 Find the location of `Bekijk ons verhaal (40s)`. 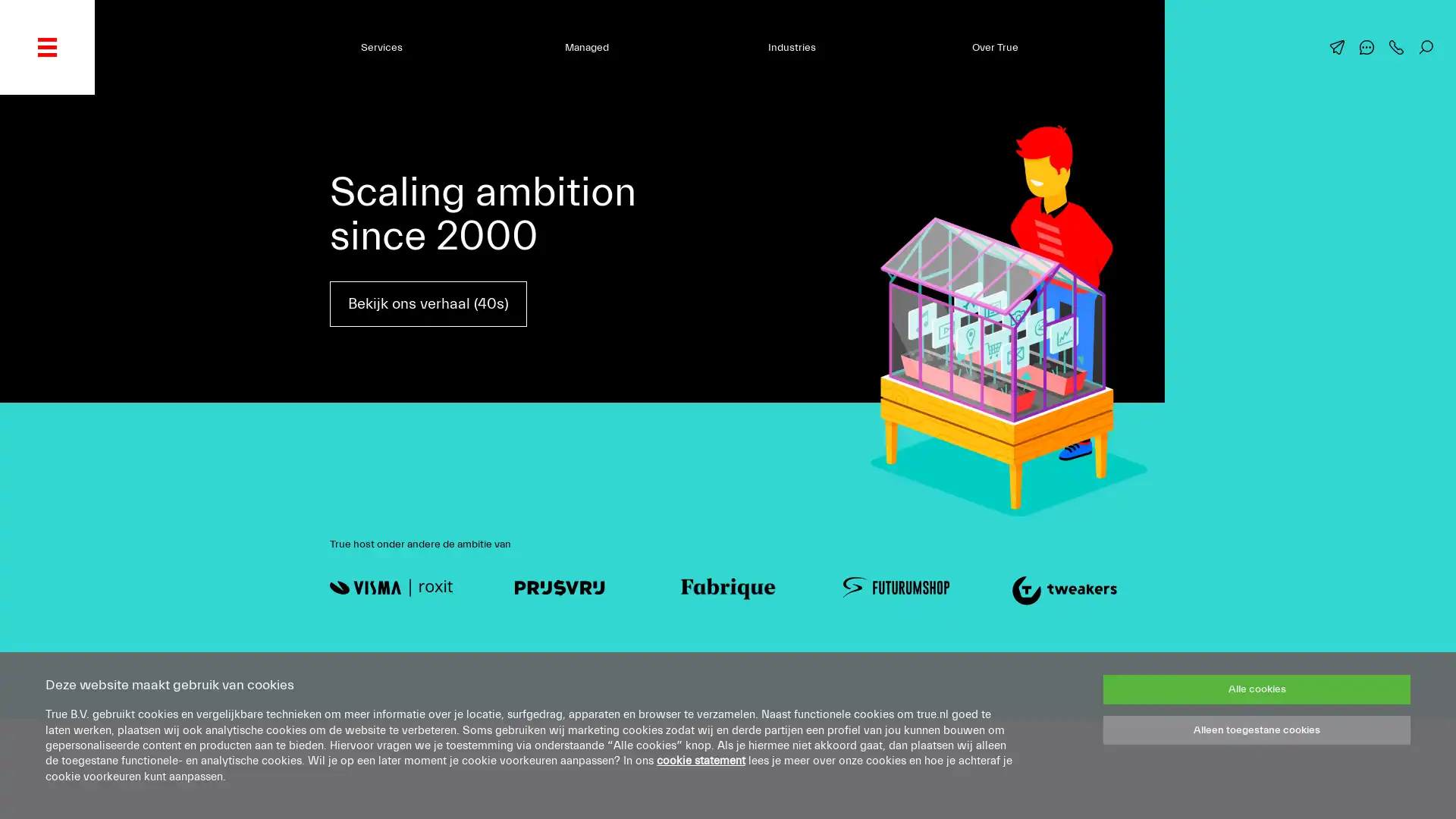

Bekijk ons verhaal (40s) is located at coordinates (428, 304).